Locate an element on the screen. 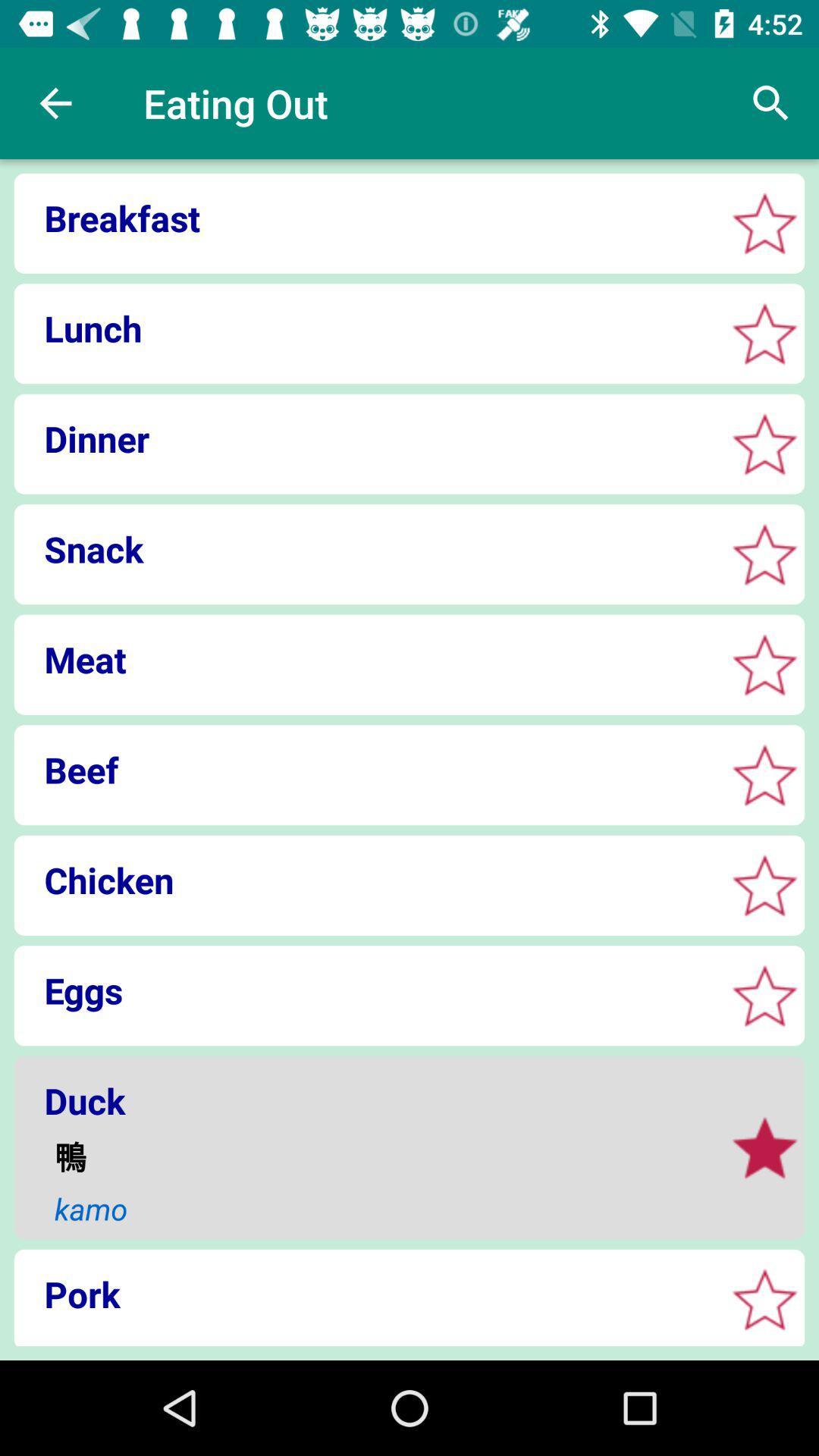 The image size is (819, 1456). the icon above meat is located at coordinates (365, 548).